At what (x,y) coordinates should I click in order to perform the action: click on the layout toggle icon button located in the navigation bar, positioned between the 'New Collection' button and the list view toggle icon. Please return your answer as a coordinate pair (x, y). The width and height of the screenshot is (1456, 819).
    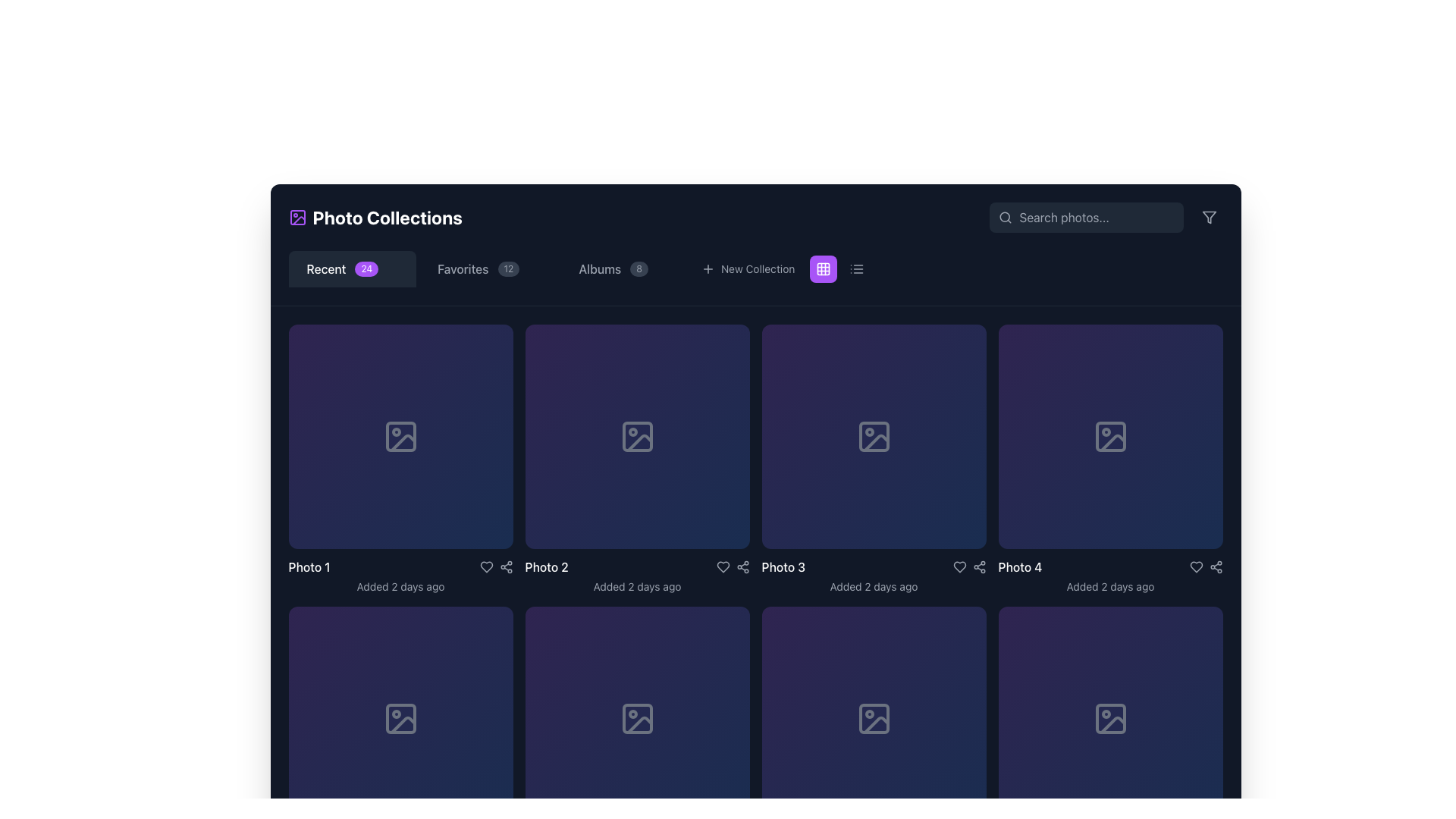
    Looking at the image, I should click on (823, 268).